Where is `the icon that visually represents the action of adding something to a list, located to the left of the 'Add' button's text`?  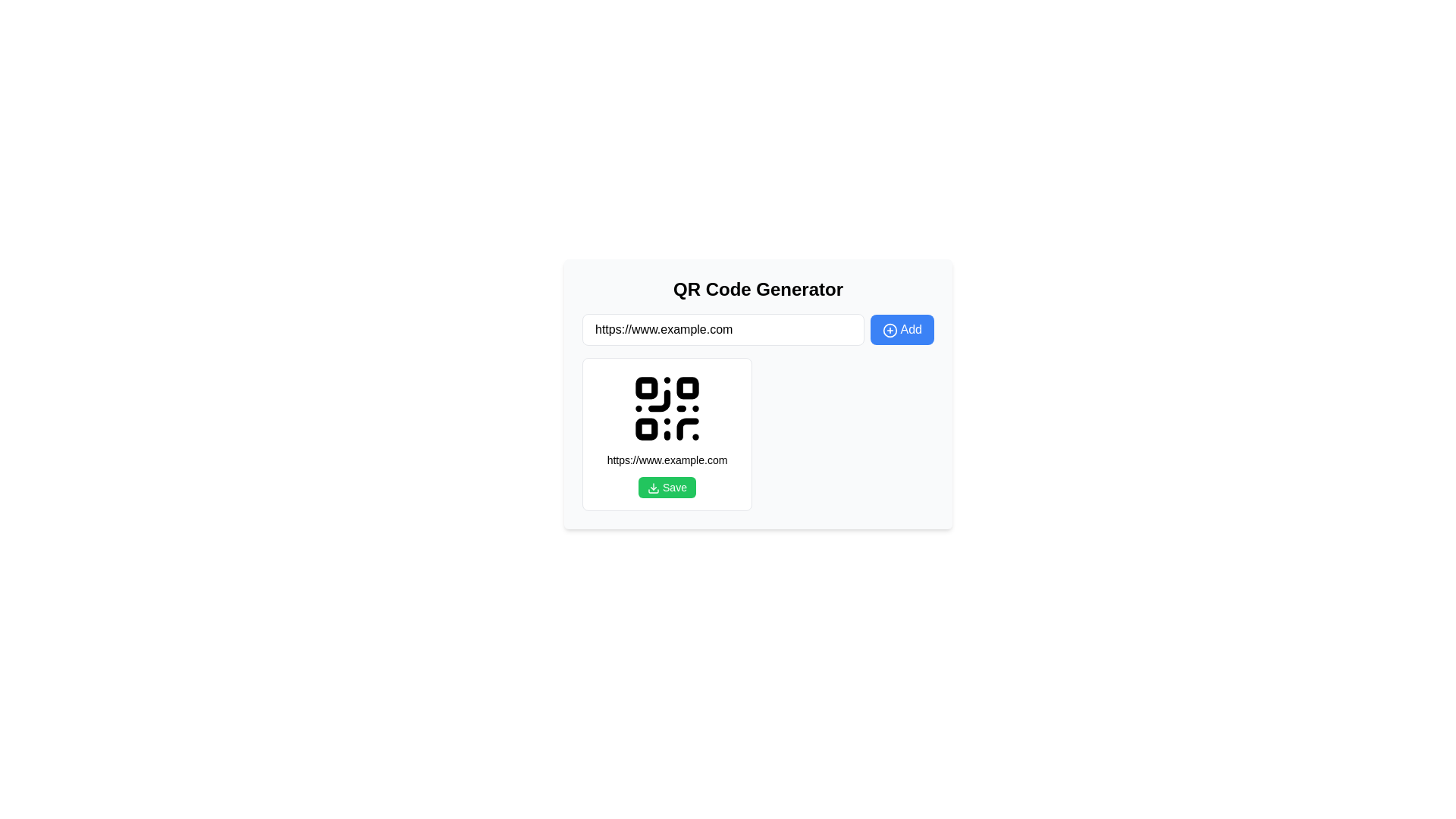
the icon that visually represents the action of adding something to a list, located to the left of the 'Add' button's text is located at coordinates (890, 329).